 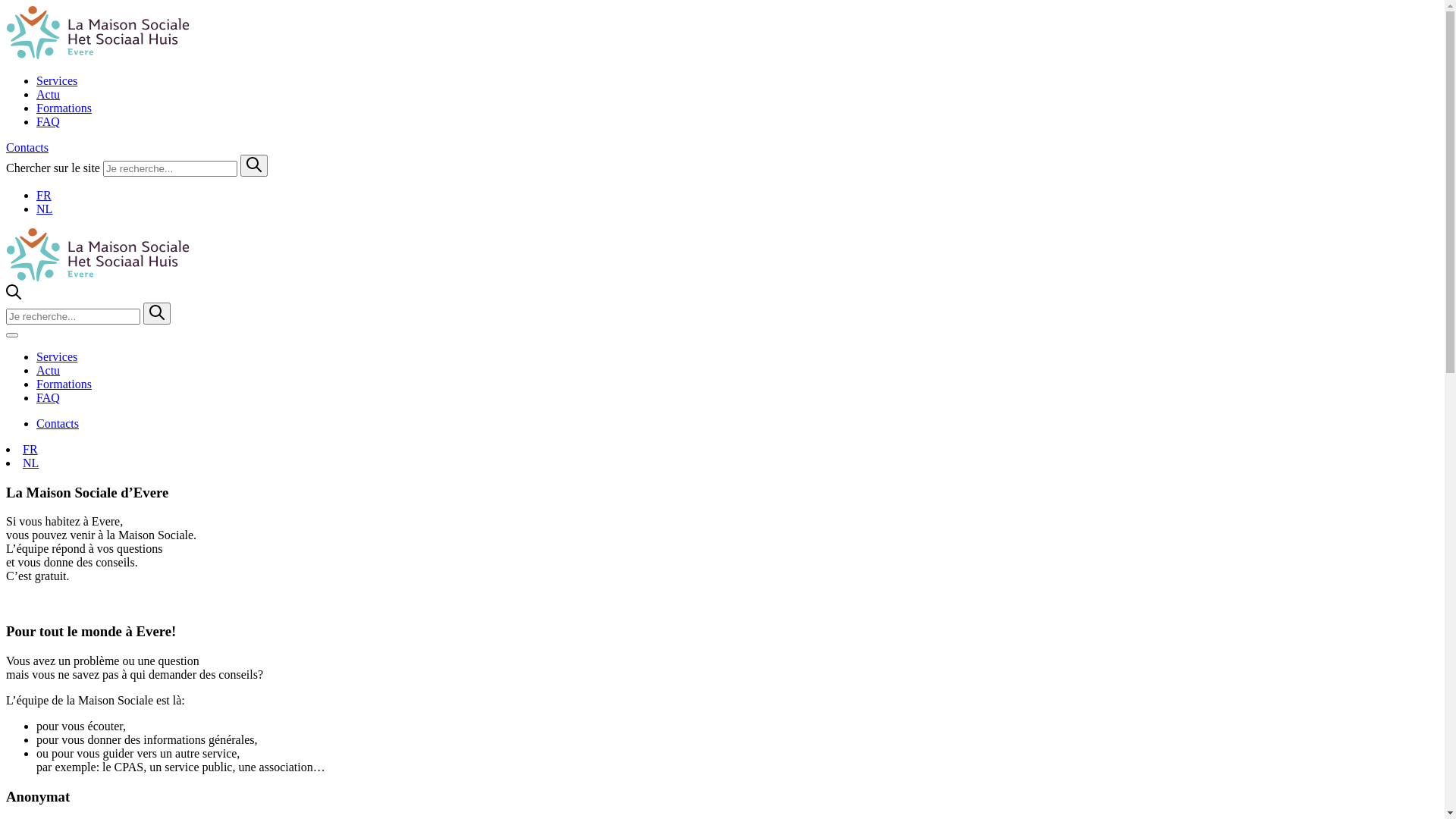 I want to click on 'Actu', so click(x=48, y=94).